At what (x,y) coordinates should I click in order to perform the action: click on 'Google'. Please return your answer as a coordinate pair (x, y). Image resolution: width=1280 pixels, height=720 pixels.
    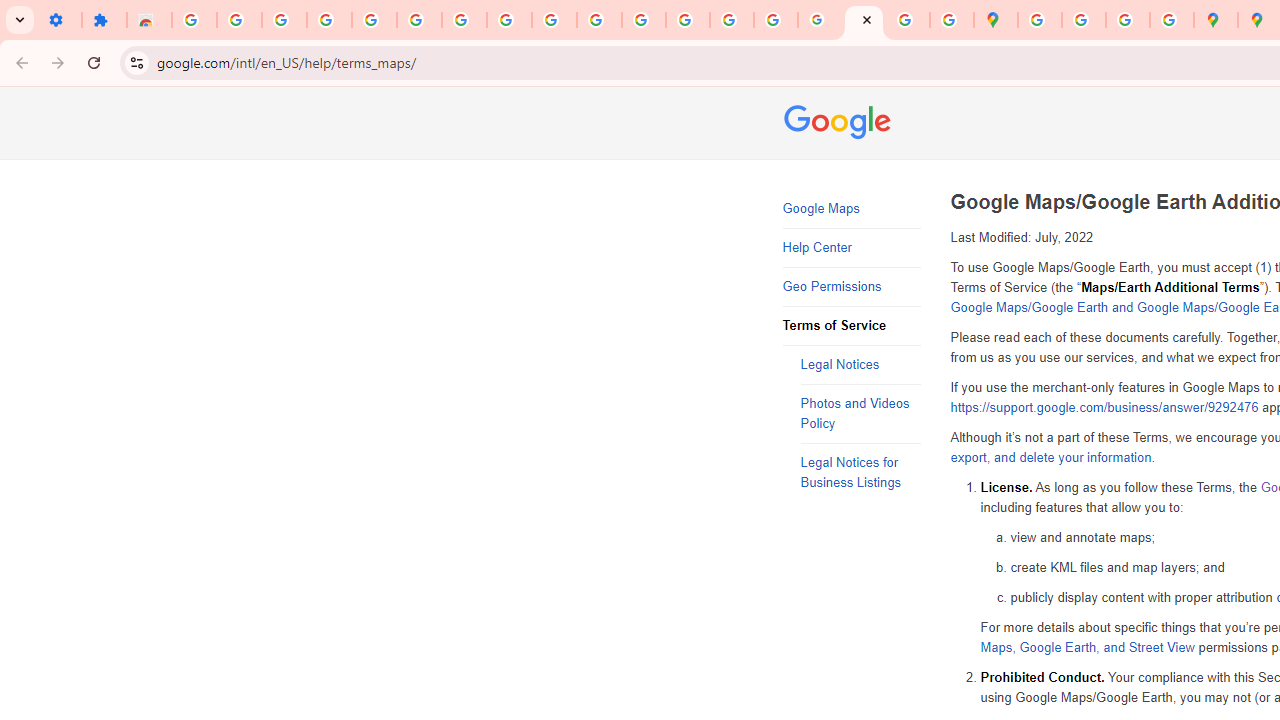
    Looking at the image, I should click on (840, 124).